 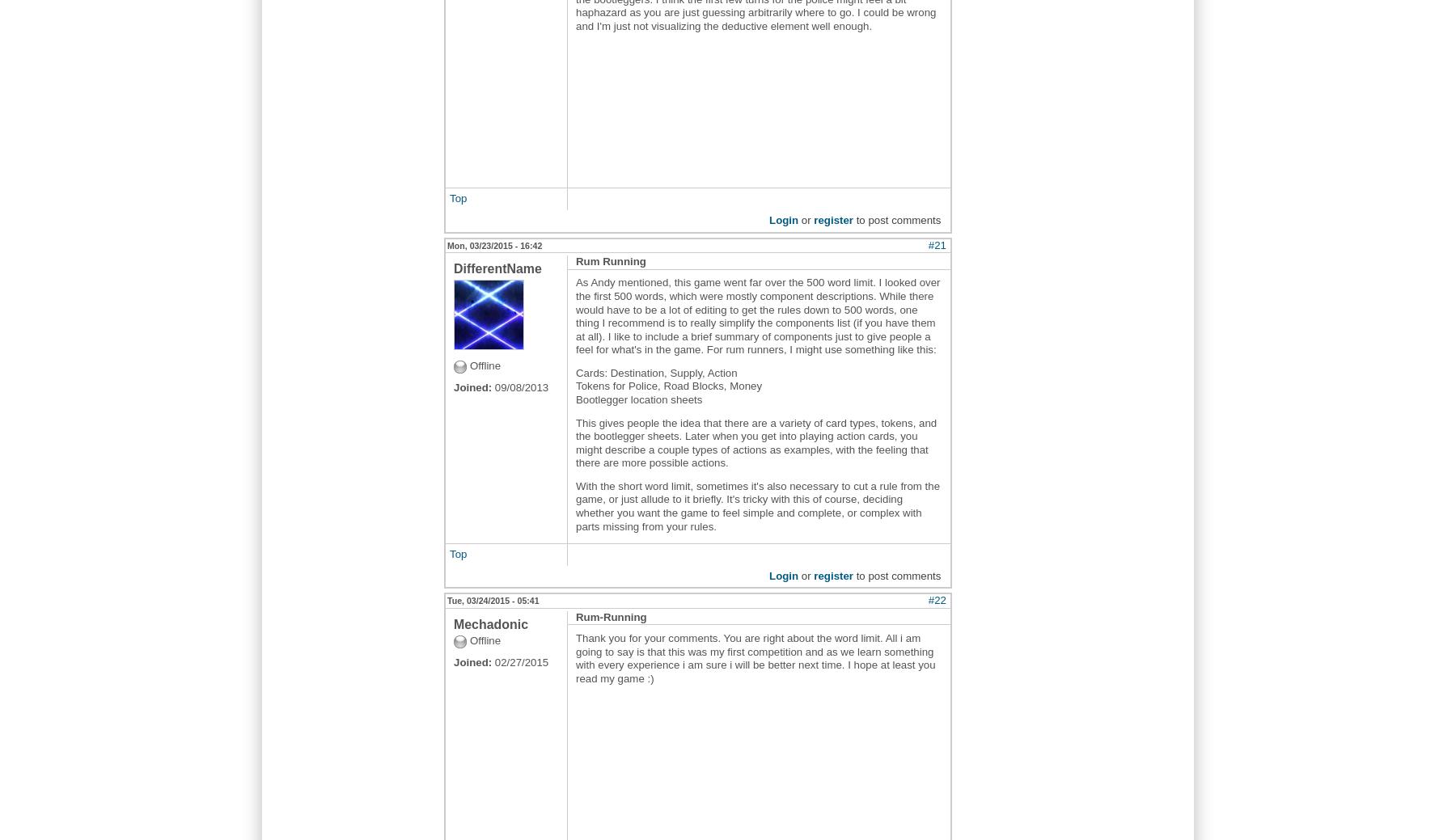 What do you see at coordinates (755, 442) in the screenshot?
I see `'This gives people the idea that there are a variety of card types, tokens, and the bootlegger sheets. Later when you get into playing action cards, you might describe a couple types of actions as examples, with the feeling that there are more possible actions.'` at bounding box center [755, 442].